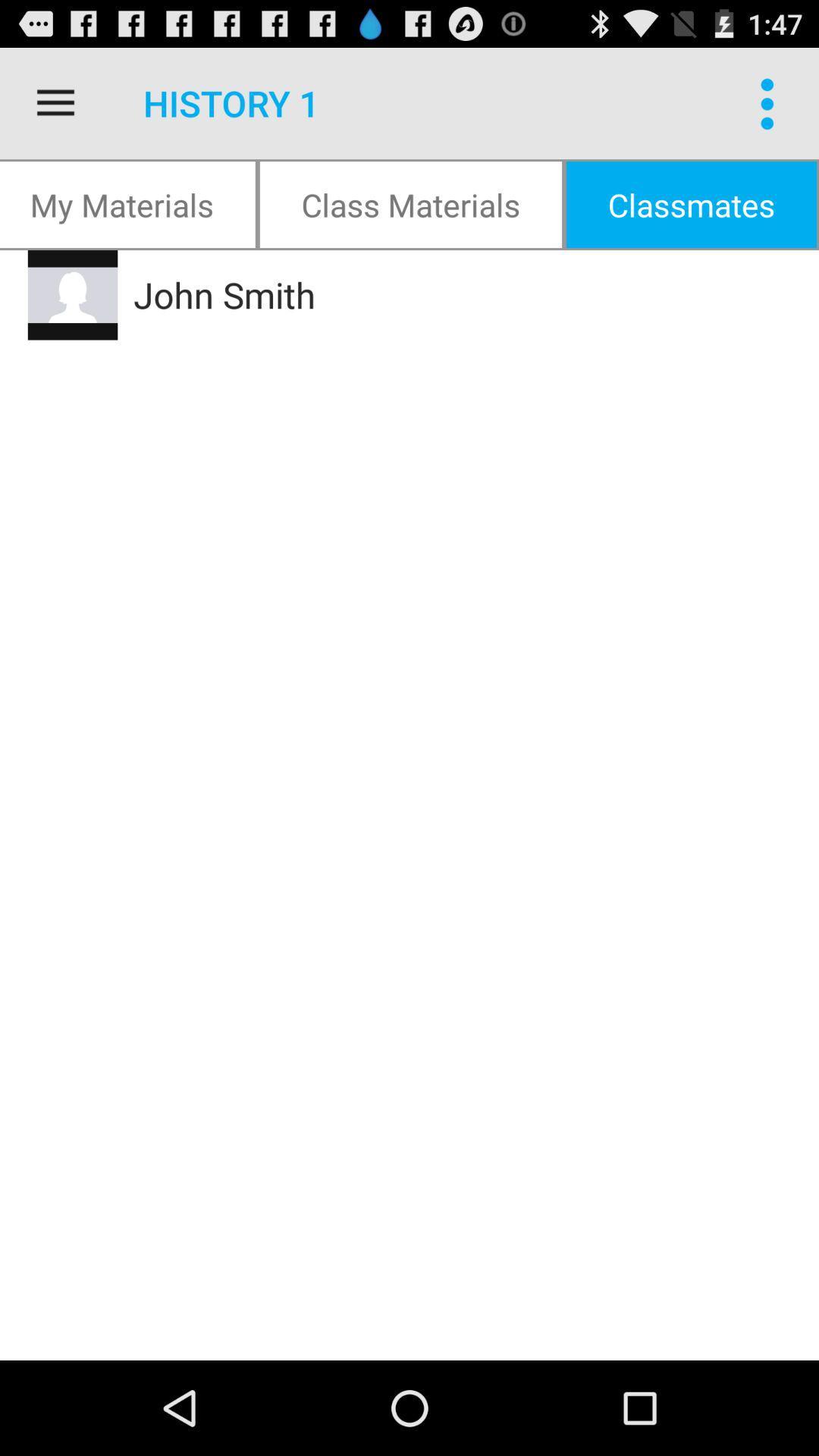 The image size is (819, 1456). I want to click on icon next to the john smith icon, so click(73, 295).